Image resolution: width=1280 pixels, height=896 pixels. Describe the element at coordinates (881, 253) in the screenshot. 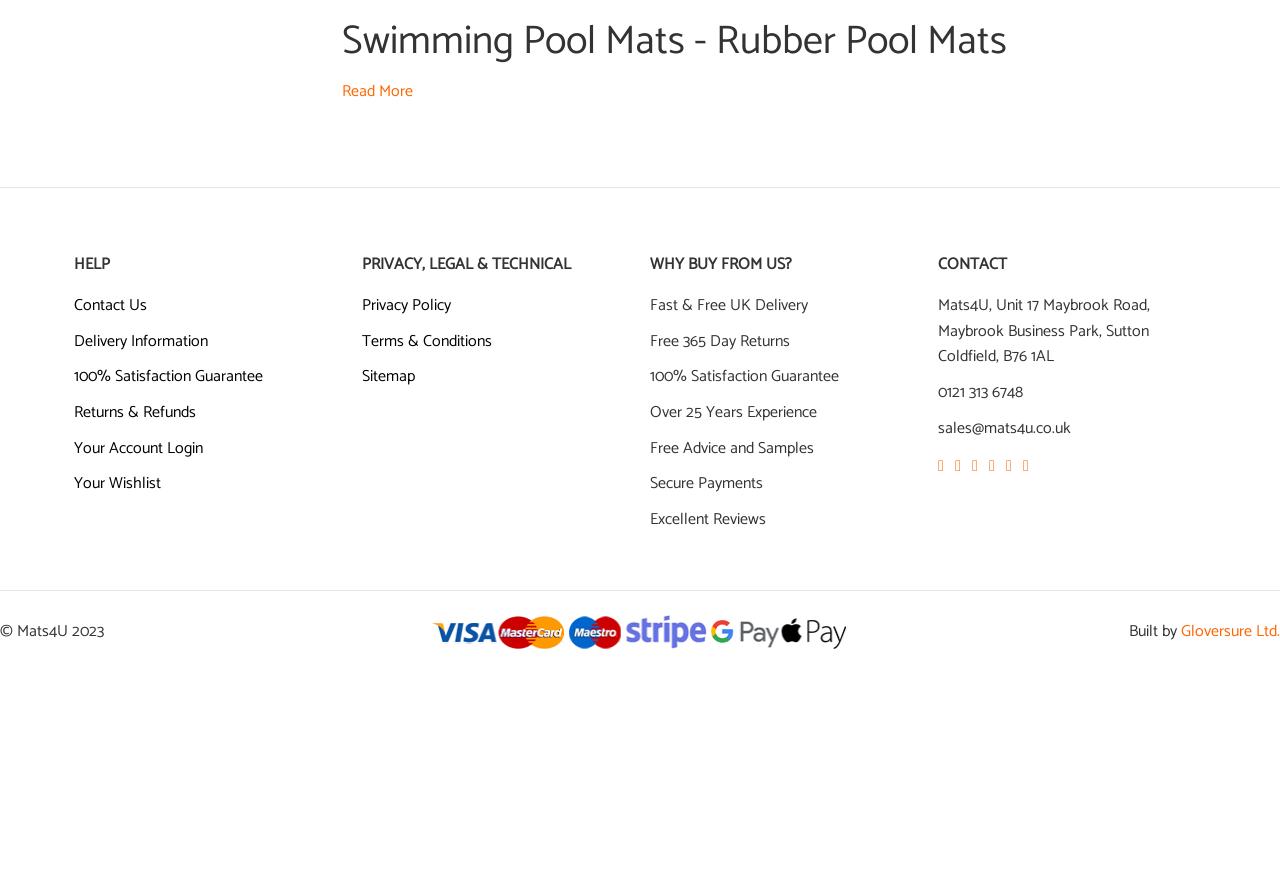

I see `'Heronrib'` at that location.